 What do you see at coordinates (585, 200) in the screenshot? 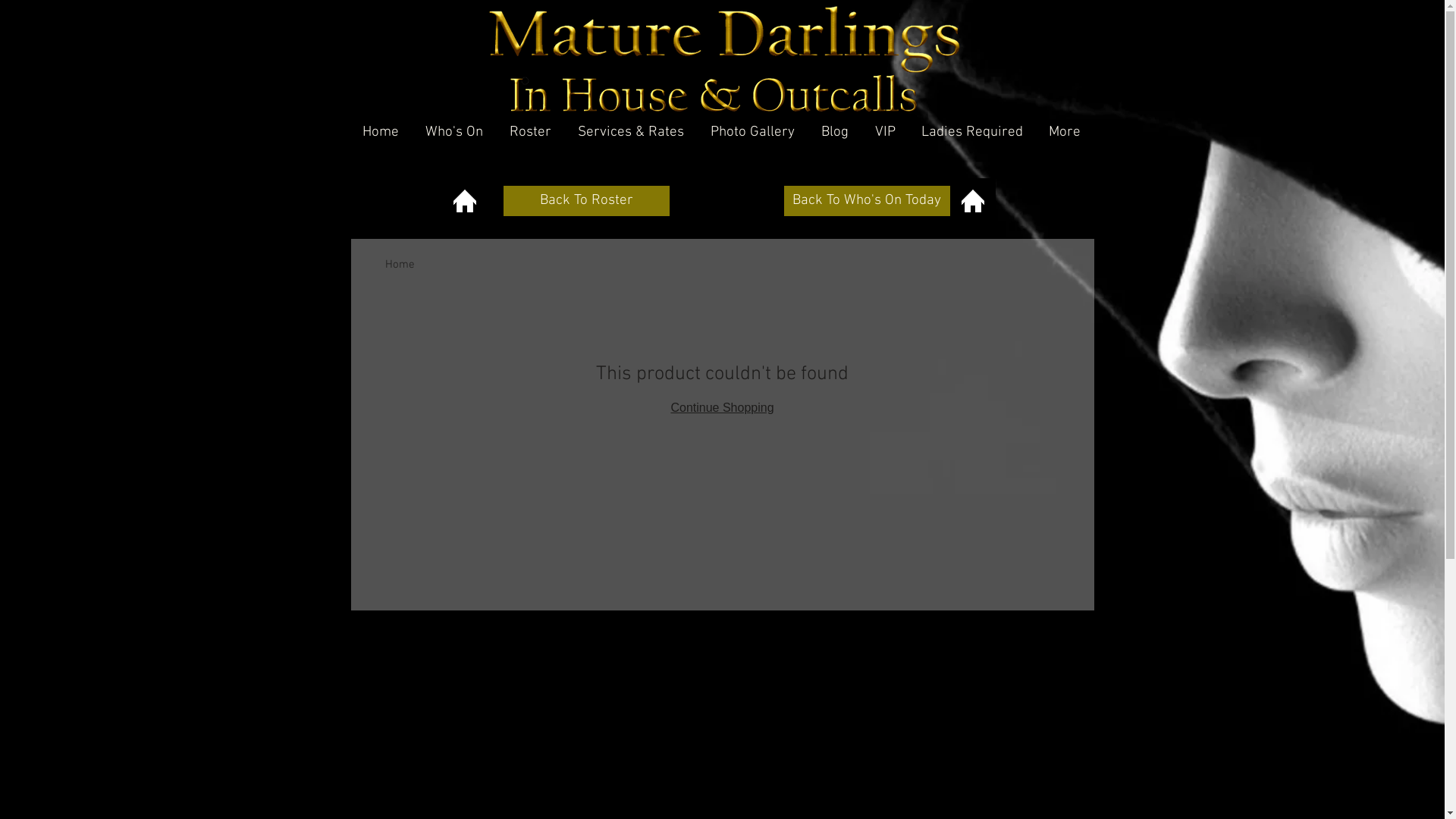
I see `'Back To Roster'` at bounding box center [585, 200].